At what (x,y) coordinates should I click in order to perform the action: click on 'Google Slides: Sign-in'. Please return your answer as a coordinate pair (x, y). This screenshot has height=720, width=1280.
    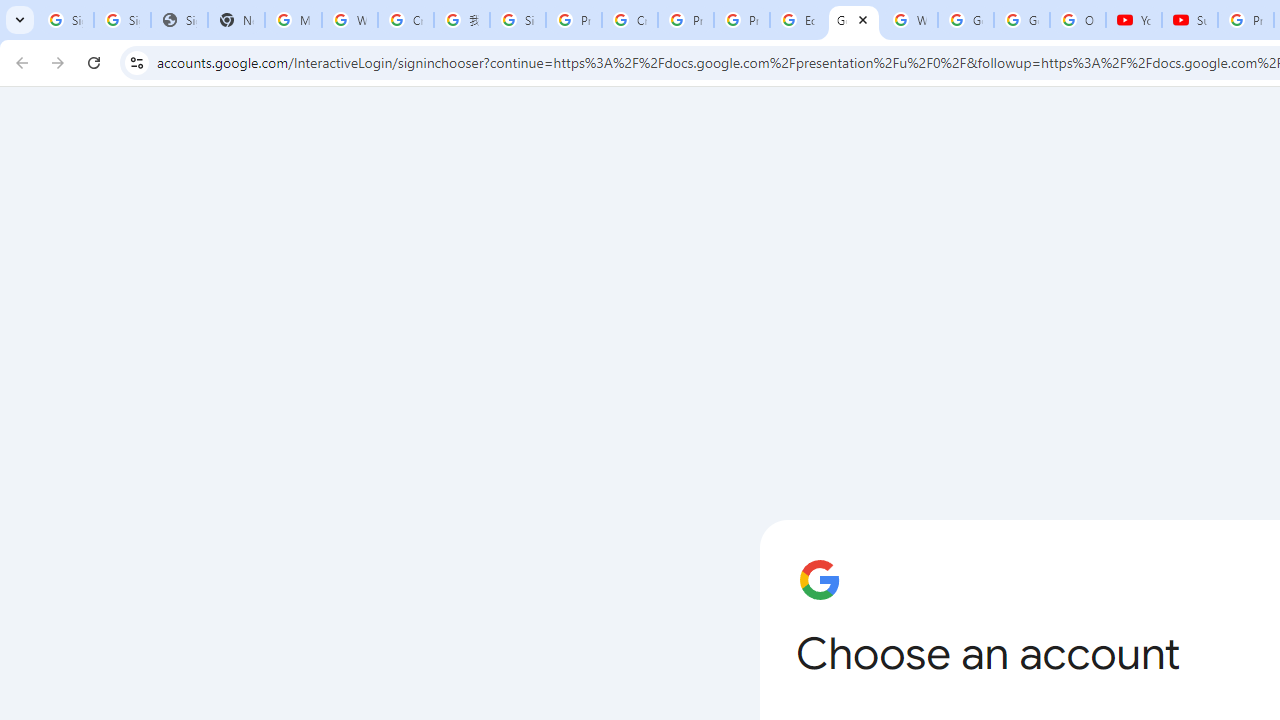
    Looking at the image, I should click on (853, 20).